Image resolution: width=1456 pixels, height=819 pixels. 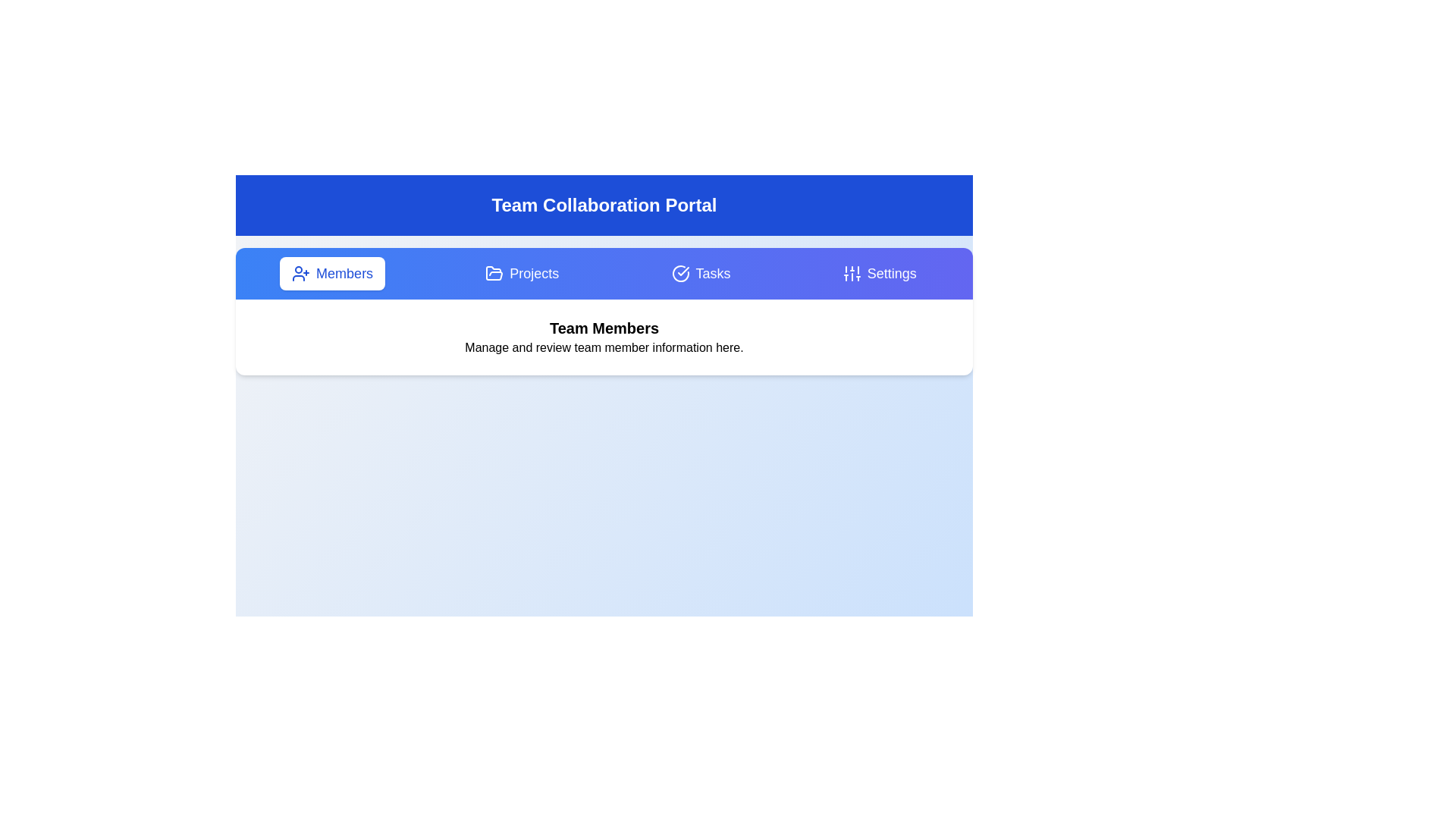 What do you see at coordinates (344, 274) in the screenshot?
I see `the 'Members' text label within the button component located in the navigation bar` at bounding box center [344, 274].